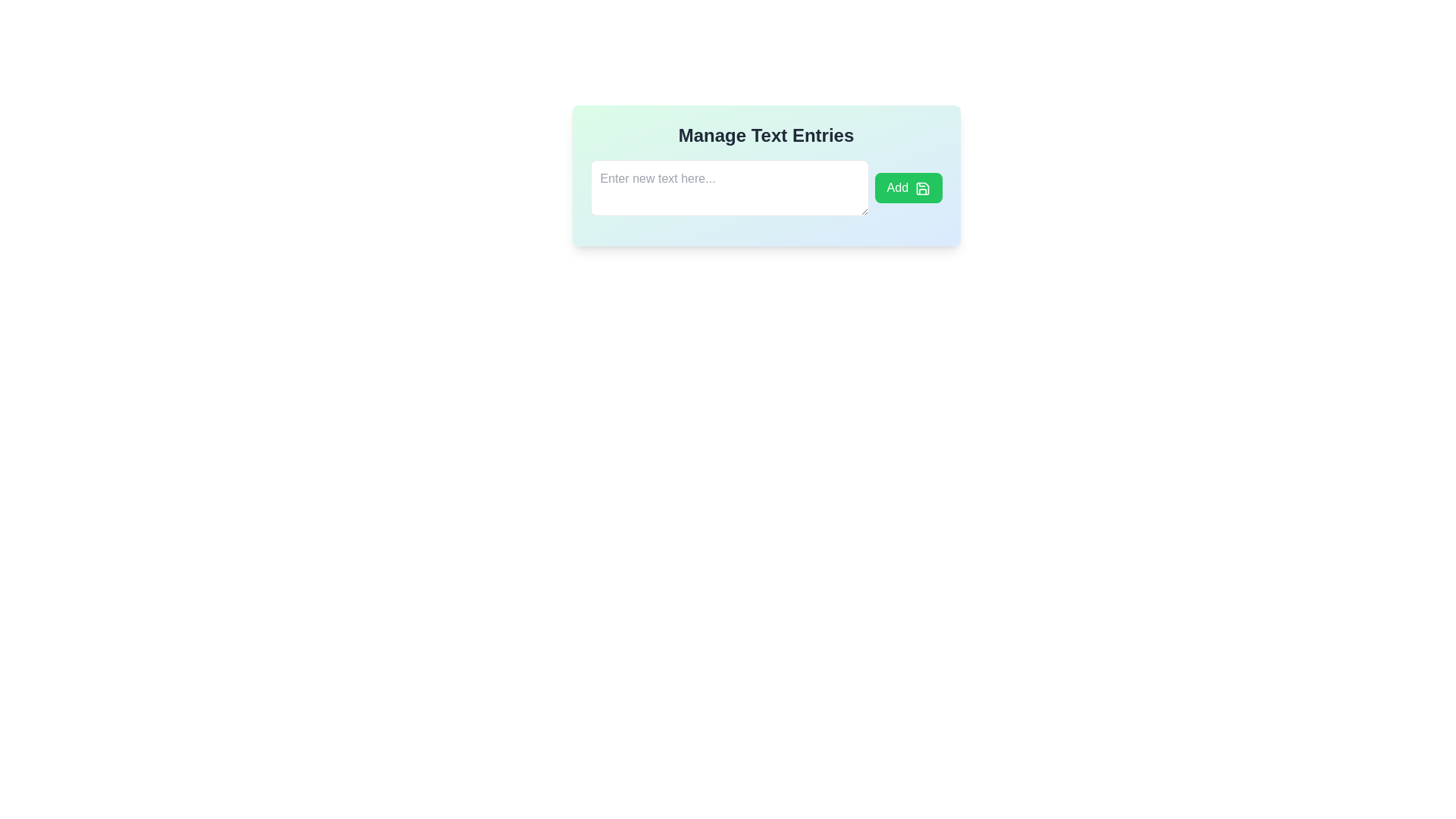 The height and width of the screenshot is (819, 1456). Describe the element at coordinates (908, 187) in the screenshot. I see `the green 'Add' button with a save icon, located to the right of the text input field in the 'Manage Text Entries' box` at that location.